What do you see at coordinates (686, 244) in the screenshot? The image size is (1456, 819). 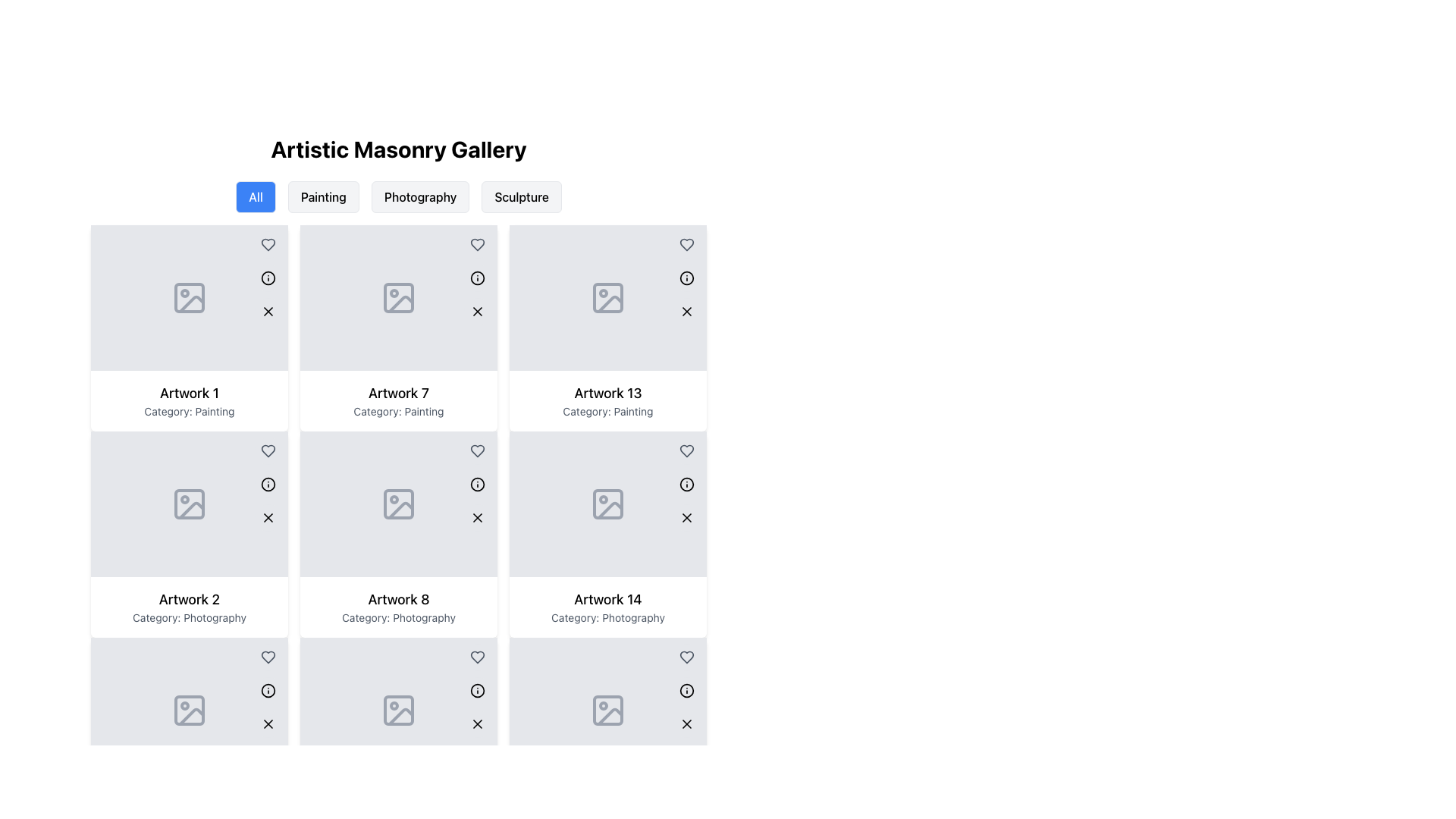 I see `the icon button in the top-right corner of the card labeled 'Artwork 13' to mark the artwork as favorite` at bounding box center [686, 244].